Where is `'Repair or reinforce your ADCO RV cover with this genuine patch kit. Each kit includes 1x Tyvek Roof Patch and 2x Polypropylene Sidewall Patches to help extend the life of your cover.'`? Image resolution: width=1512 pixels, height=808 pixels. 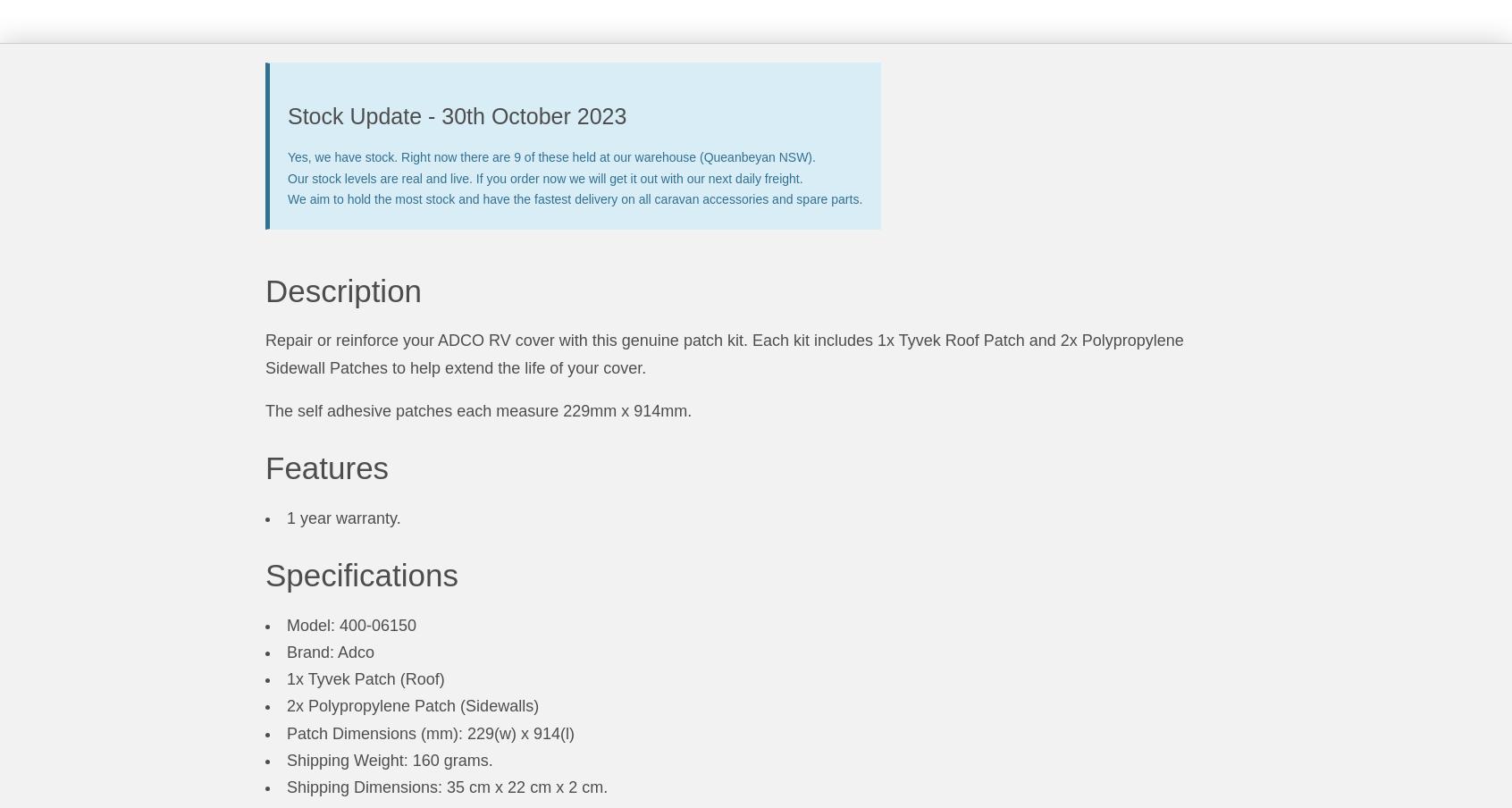
'Repair or reinforce your ADCO RV cover with this genuine patch kit. Each kit includes 1x Tyvek Roof Patch and 2x Polypropylene Sidewall Patches to help extend the life of your cover.' is located at coordinates (724, 354).